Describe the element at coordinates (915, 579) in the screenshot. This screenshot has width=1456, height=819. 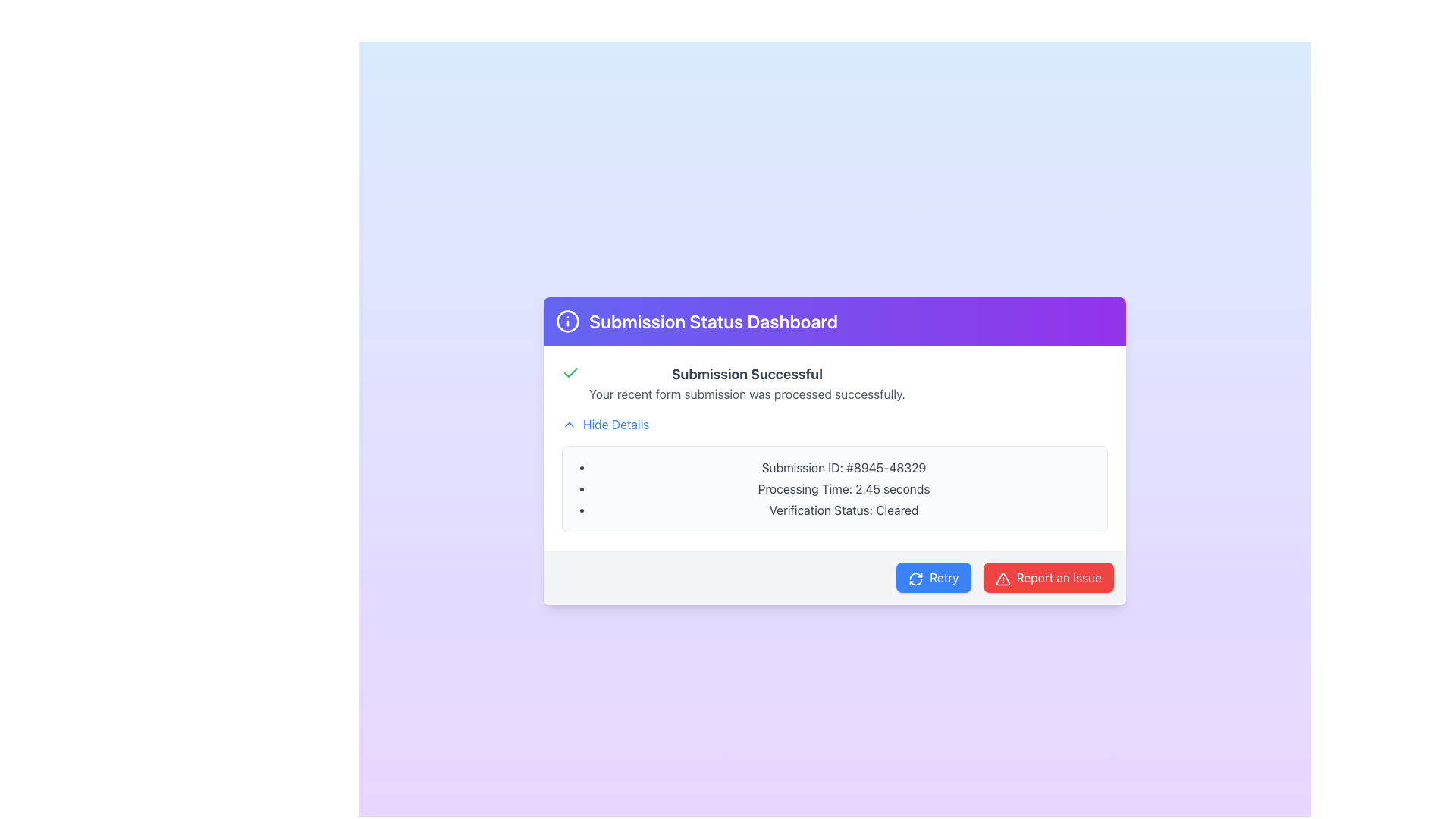
I see `the retry icon located to the left of the 'Retry' text inside the blue rectangular button at the lower-right area of the card` at that location.